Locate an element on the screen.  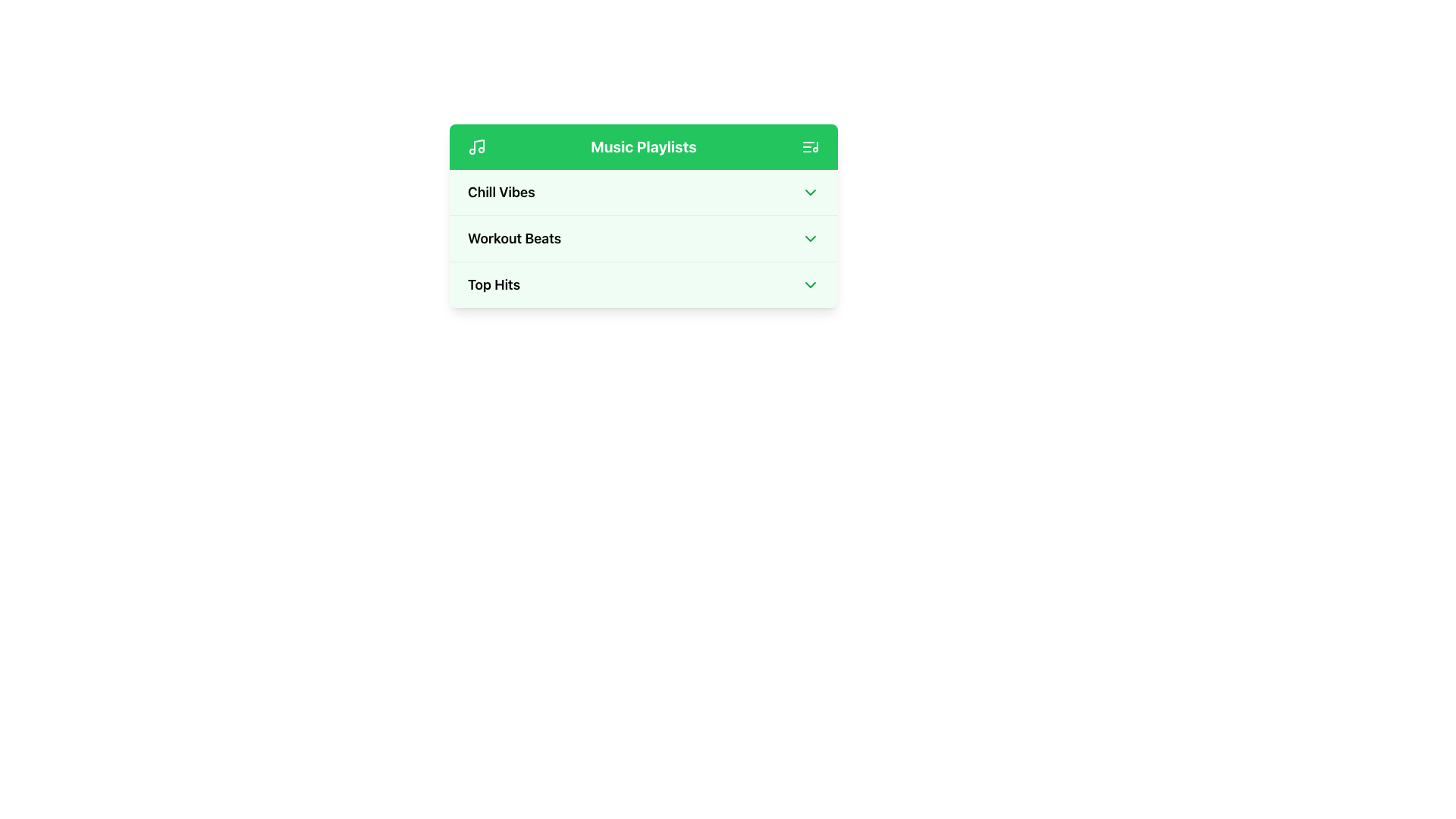
the 'Workout Beats' text label, which is the second entry in a list under 'Music Playlists', located directly below 'Chill Vibes' and above 'Top Hits' is located at coordinates (514, 239).